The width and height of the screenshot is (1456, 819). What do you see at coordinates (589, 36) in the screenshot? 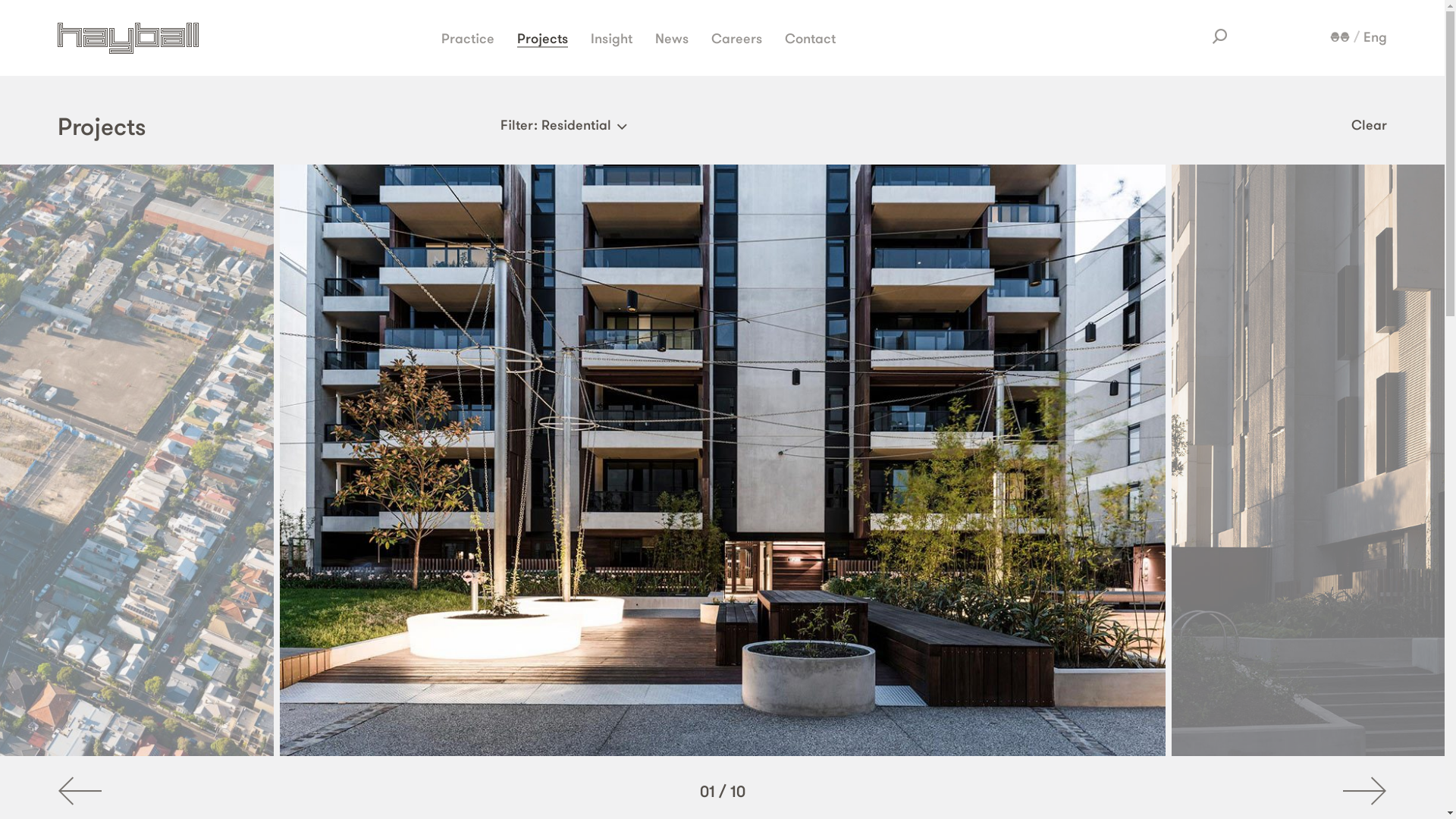
I see `'Insight'` at bounding box center [589, 36].